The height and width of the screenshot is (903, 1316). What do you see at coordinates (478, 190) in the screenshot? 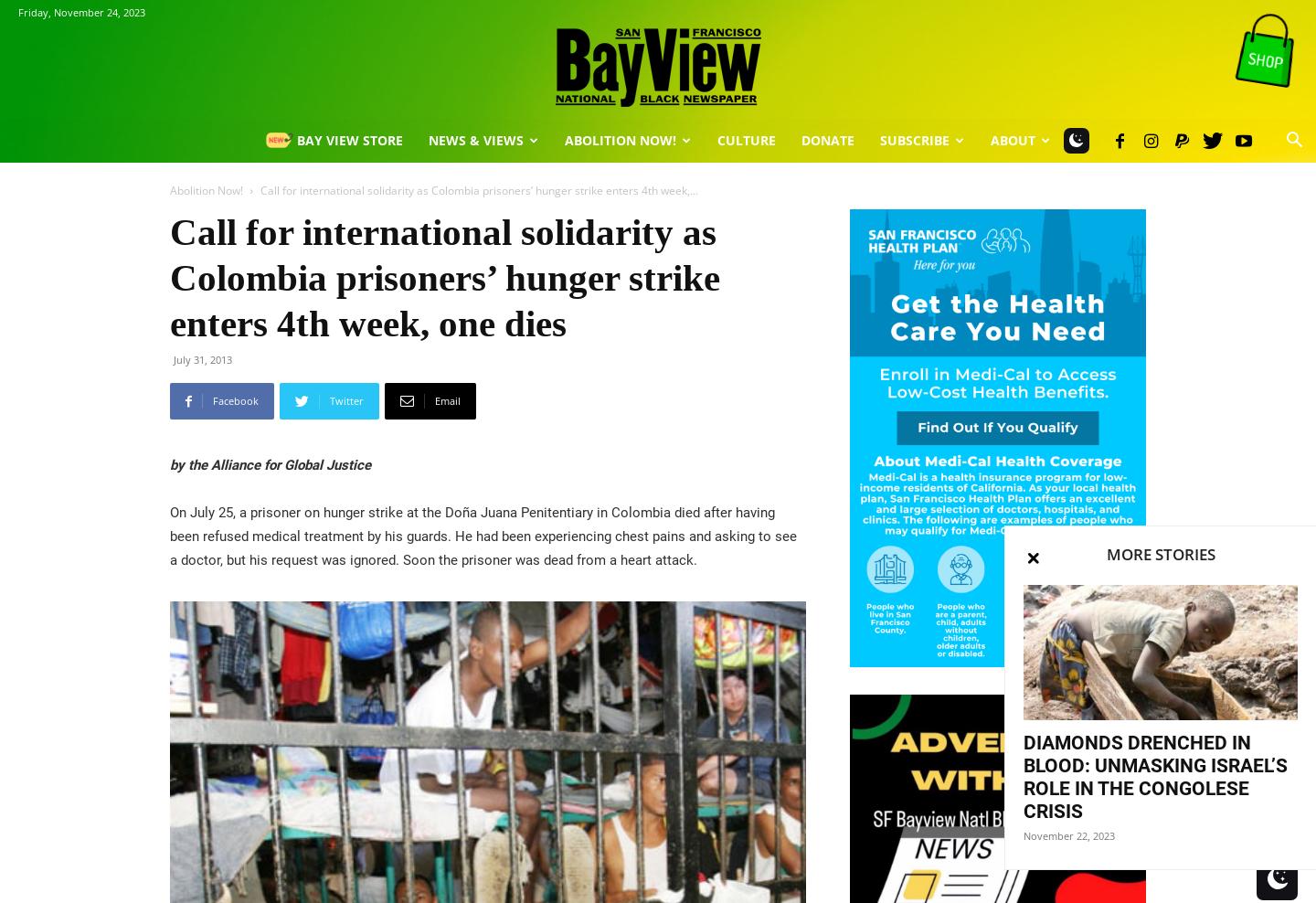
I see `'Call for international solidarity as Colombia prisoners’ hunger strike enters 4th week,...'` at bounding box center [478, 190].